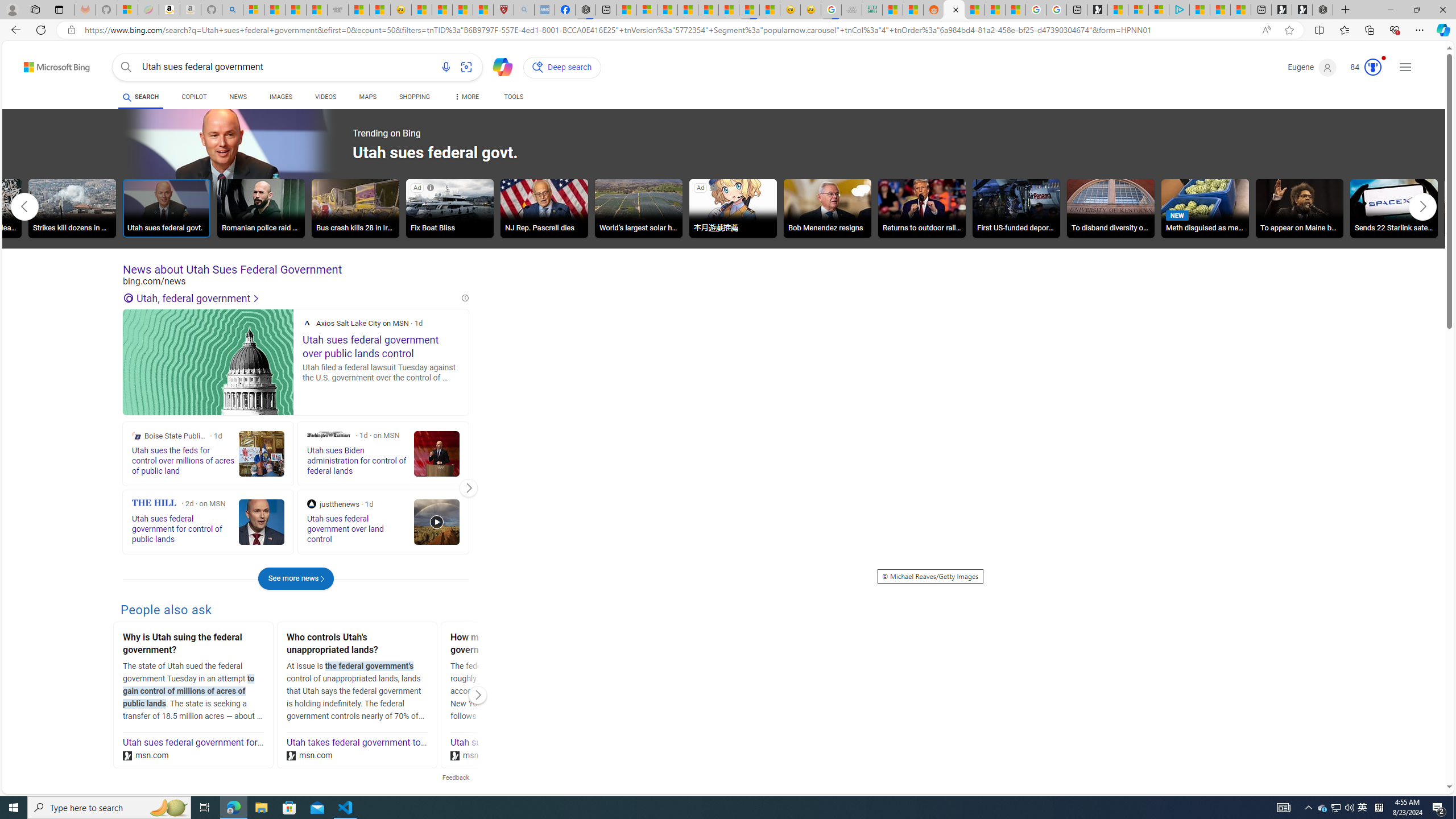  What do you see at coordinates (24, 205) in the screenshot?
I see `'AutomationID: tob_left_arrow'` at bounding box center [24, 205].